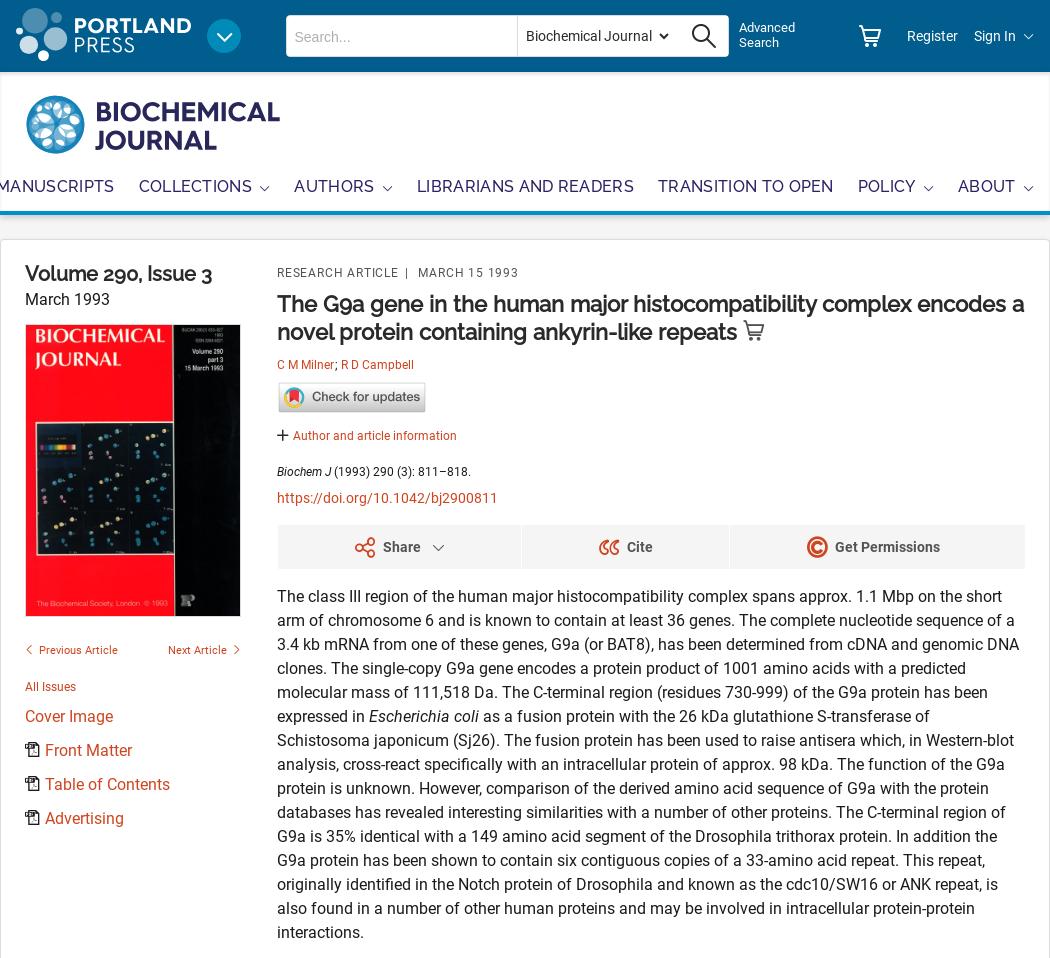 The image size is (1050, 958). Describe the element at coordinates (417, 273) in the screenshot. I see `'March 15 1993'` at that location.